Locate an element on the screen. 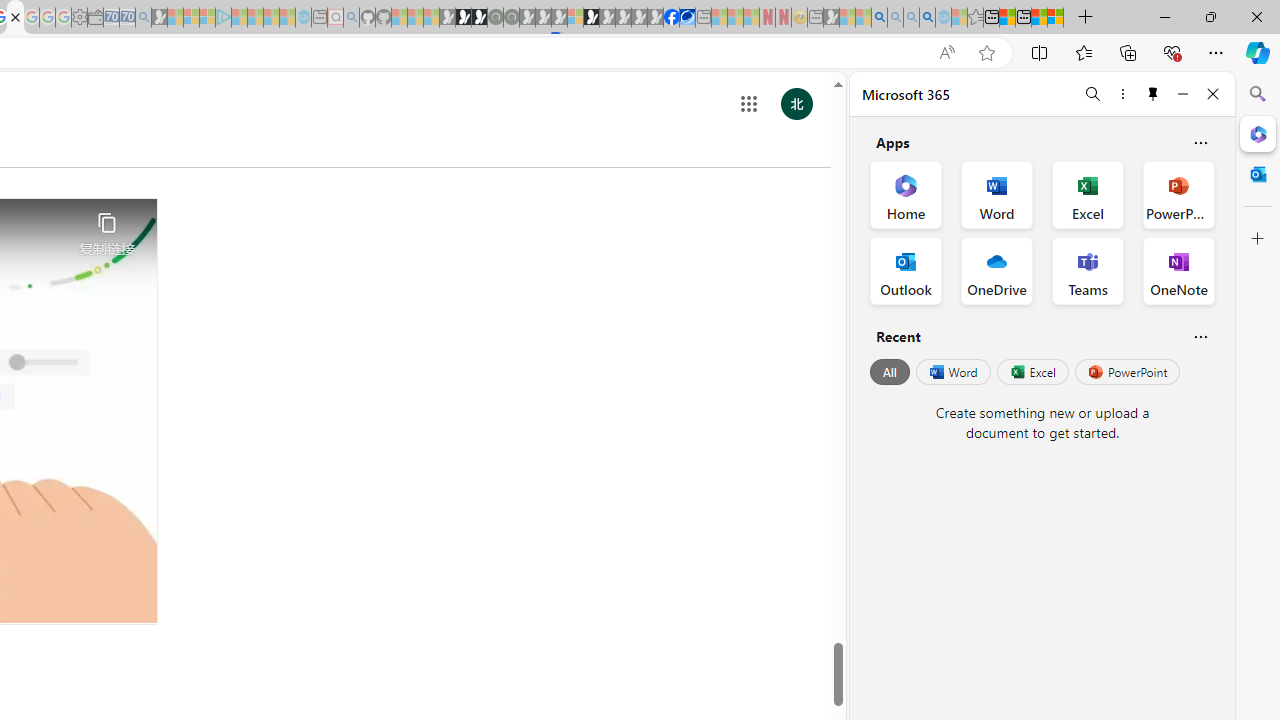 This screenshot has height=720, width=1280. 'Excel Office App' is located at coordinates (1087, 195).